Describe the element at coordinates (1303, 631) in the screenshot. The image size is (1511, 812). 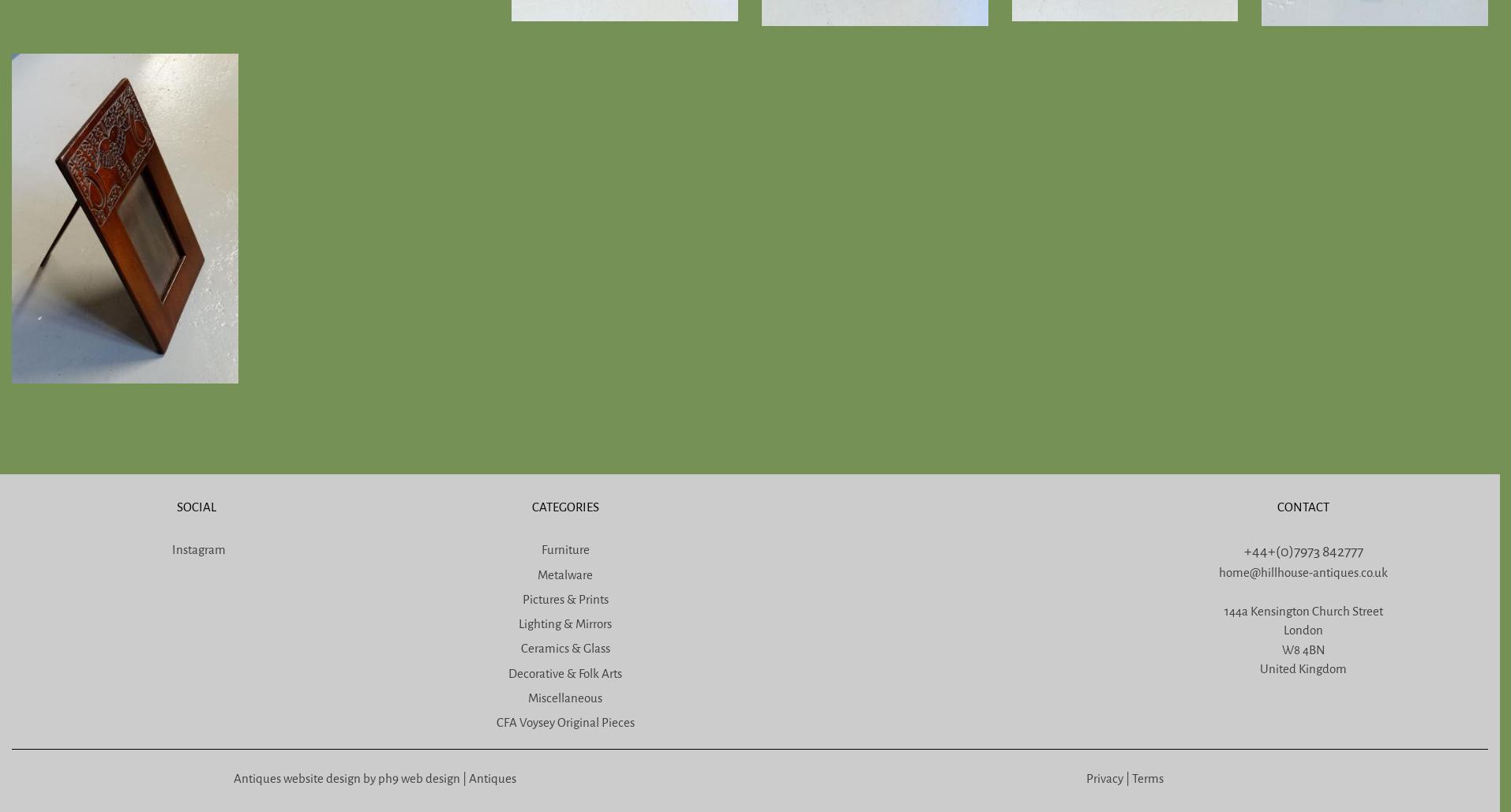
I see `'London'` at that location.